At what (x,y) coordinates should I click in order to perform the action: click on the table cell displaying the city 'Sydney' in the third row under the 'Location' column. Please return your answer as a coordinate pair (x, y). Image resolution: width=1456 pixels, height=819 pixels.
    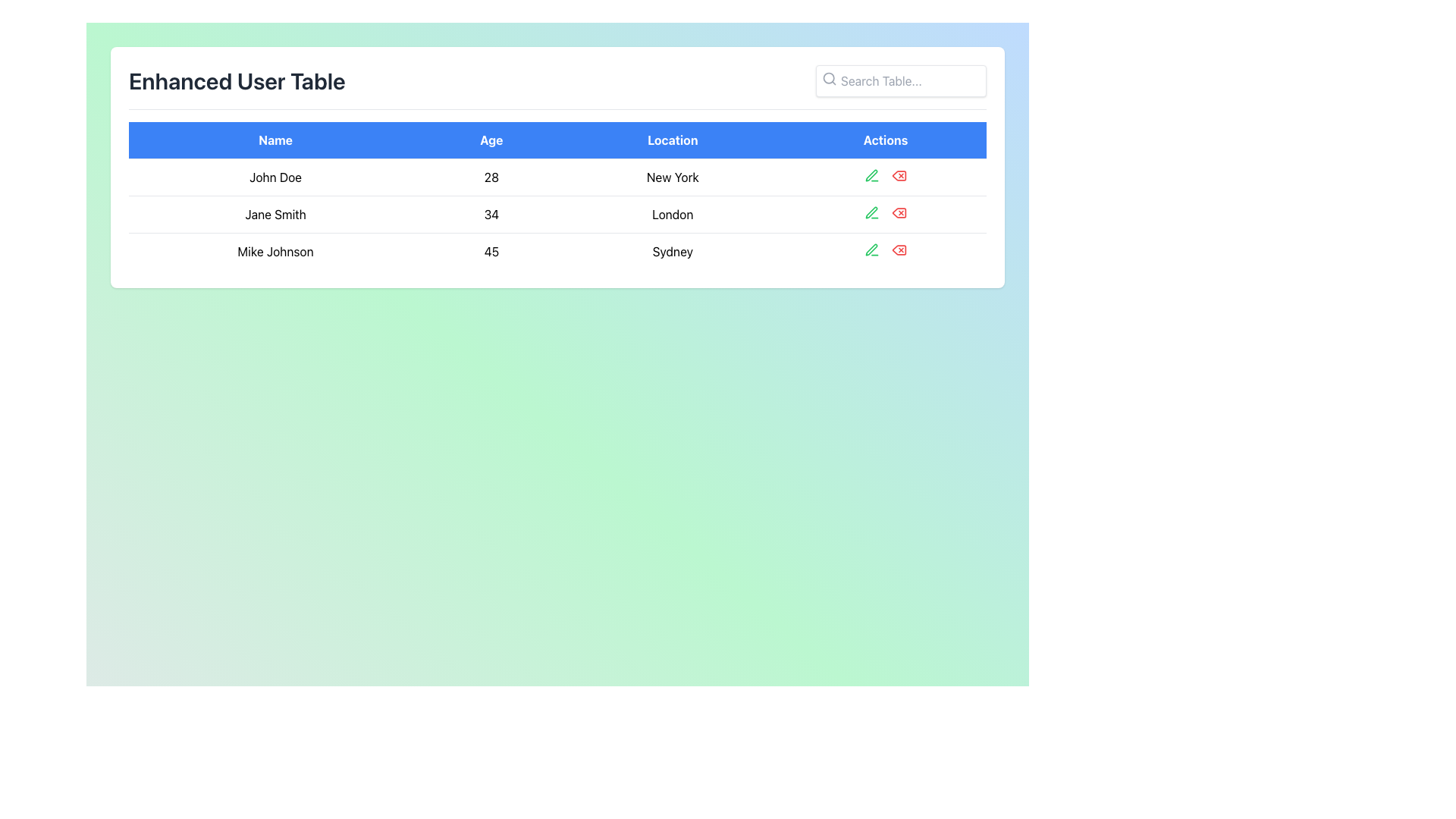
    Looking at the image, I should click on (672, 250).